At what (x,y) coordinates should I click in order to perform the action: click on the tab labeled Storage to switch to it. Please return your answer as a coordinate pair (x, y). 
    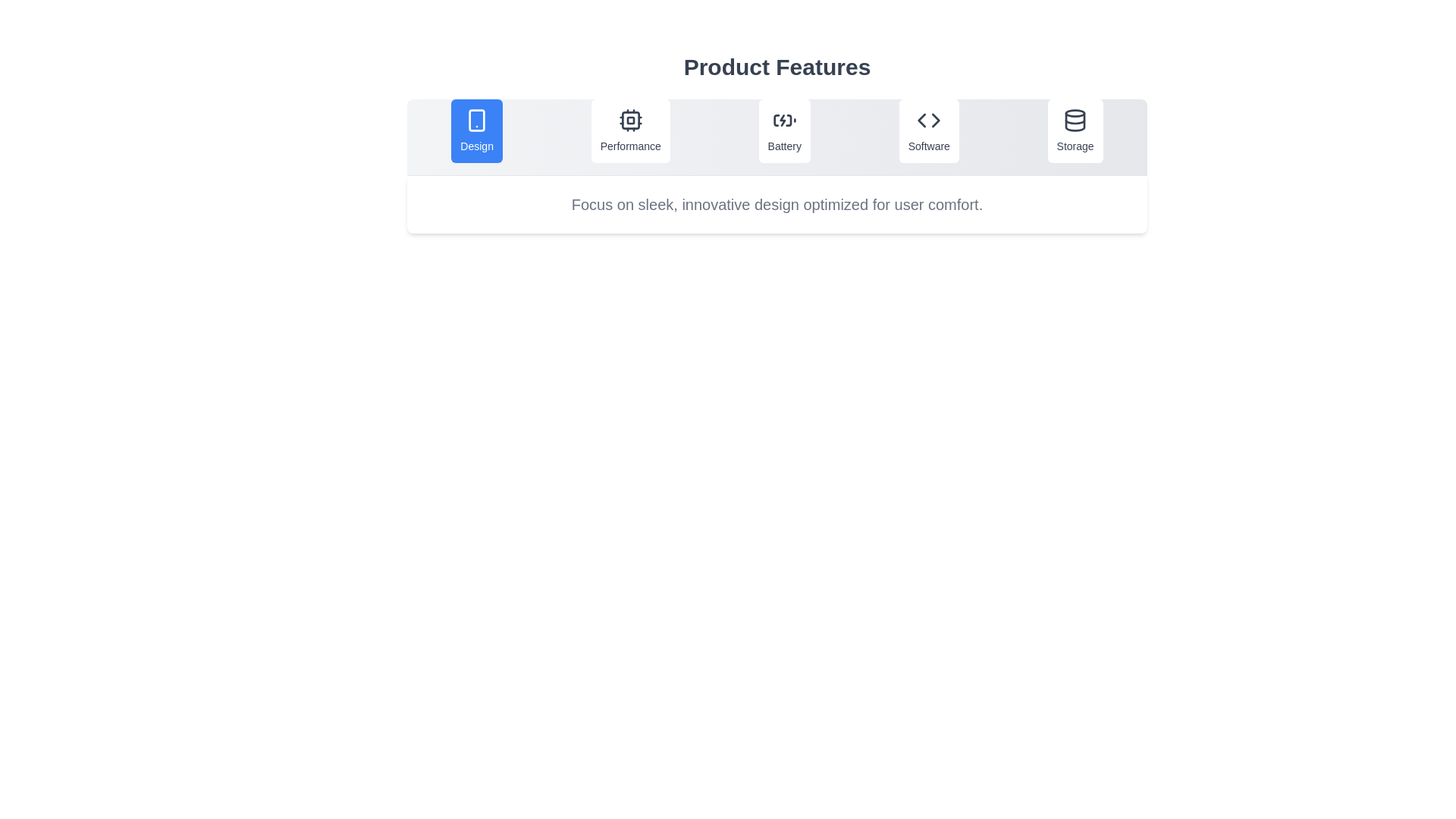
    Looking at the image, I should click on (1075, 130).